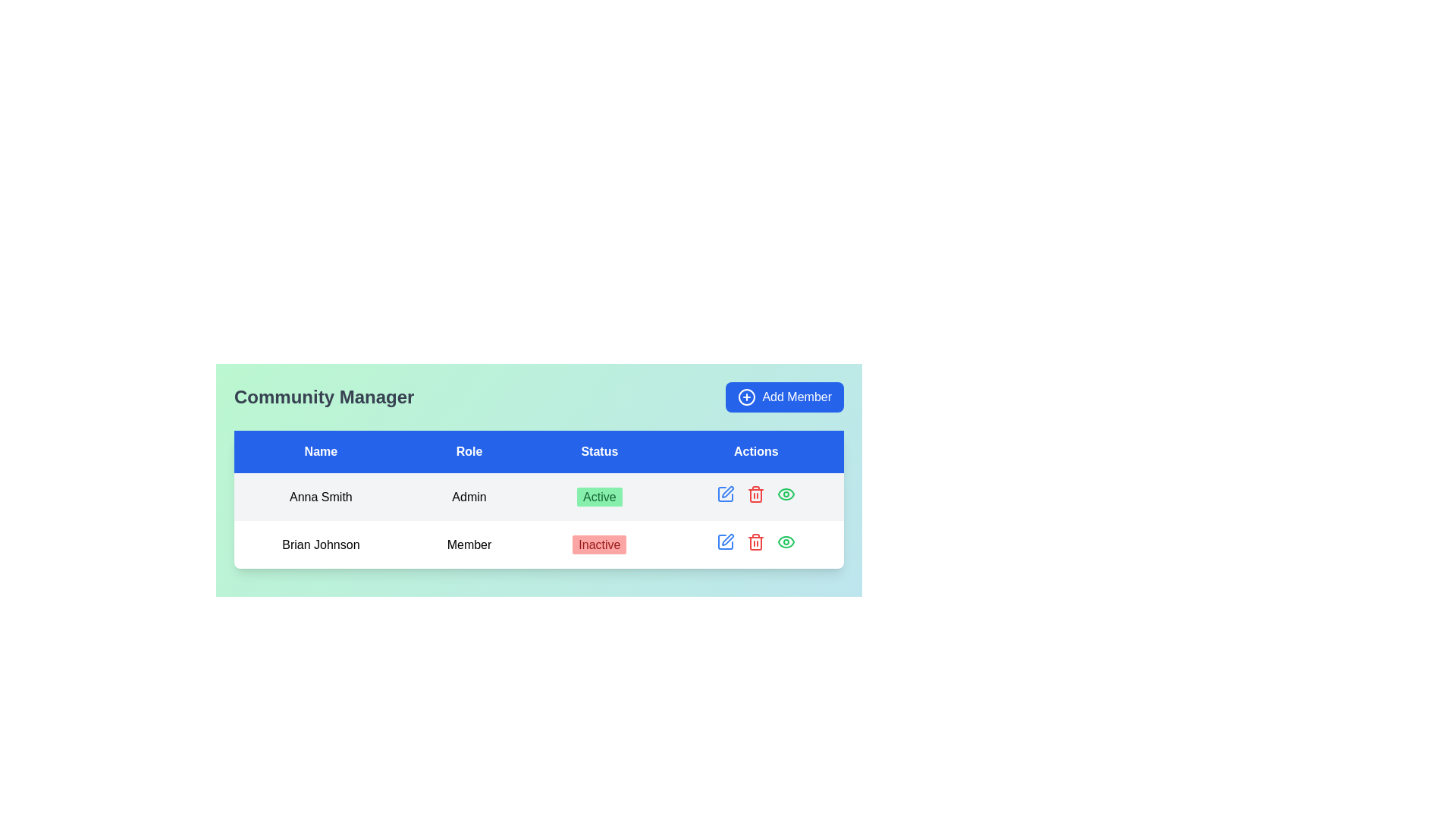 The width and height of the screenshot is (1456, 819). Describe the element at coordinates (469, 451) in the screenshot. I see `the Table Header Cell that labels the 'Role' column, which is the second header cell located between the 'Name' and 'Status' headers` at that location.